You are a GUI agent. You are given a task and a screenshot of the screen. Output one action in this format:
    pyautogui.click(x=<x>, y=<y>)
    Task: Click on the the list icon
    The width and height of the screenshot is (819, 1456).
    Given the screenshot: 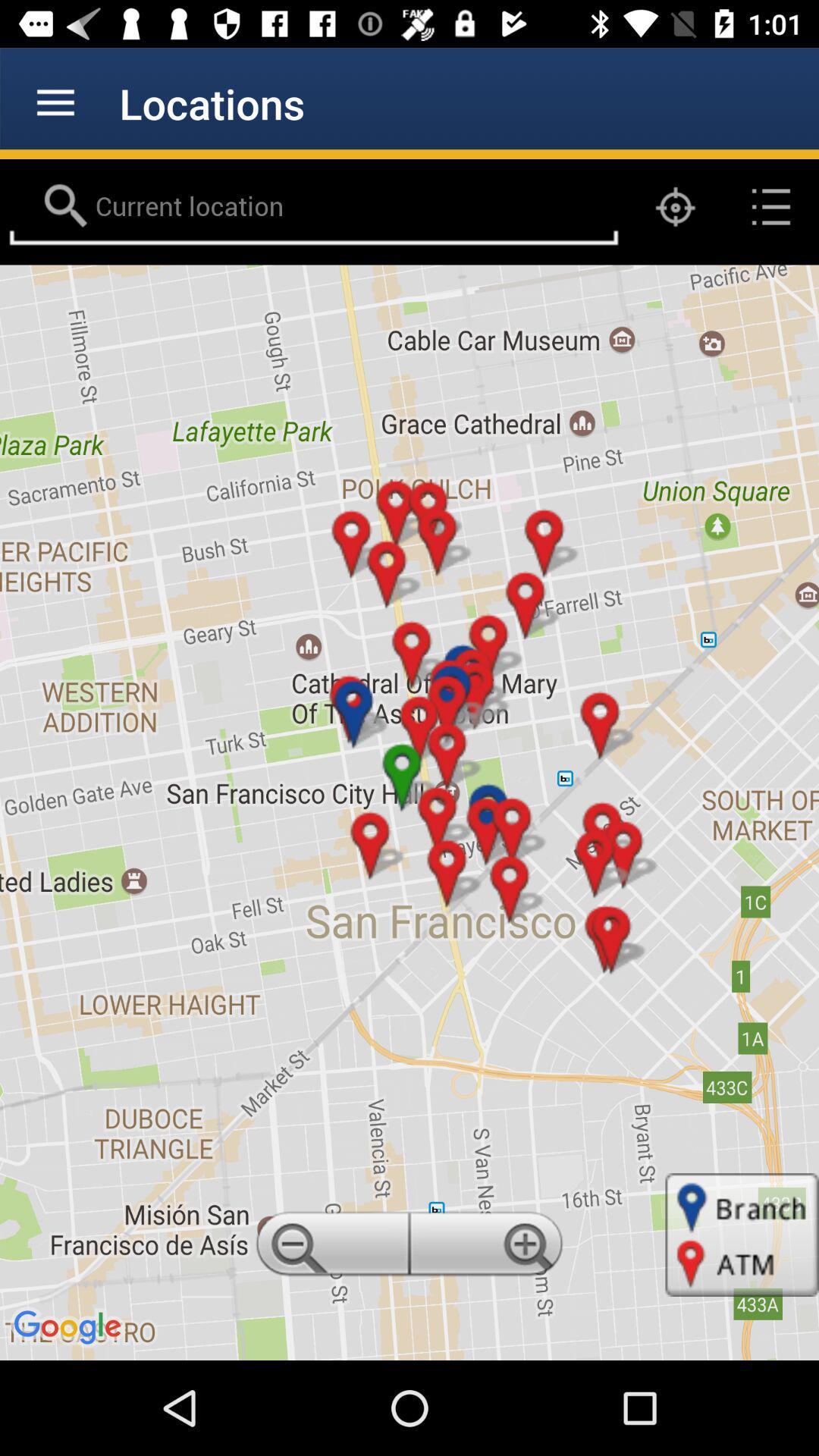 What is the action you would take?
    pyautogui.click(x=771, y=206)
    